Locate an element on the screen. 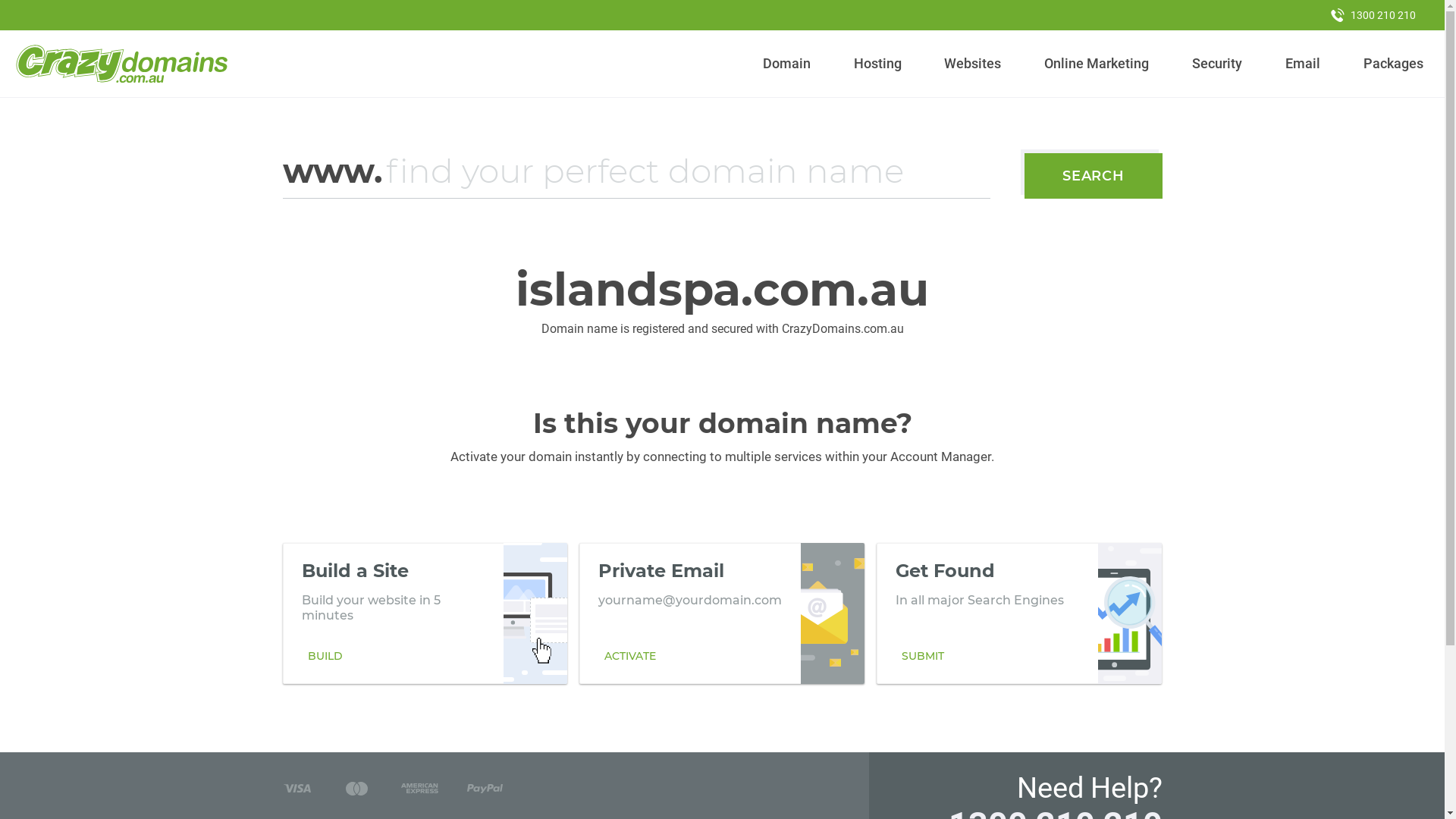 This screenshot has height=819, width=1456. 'Private Email is located at coordinates (720, 613).